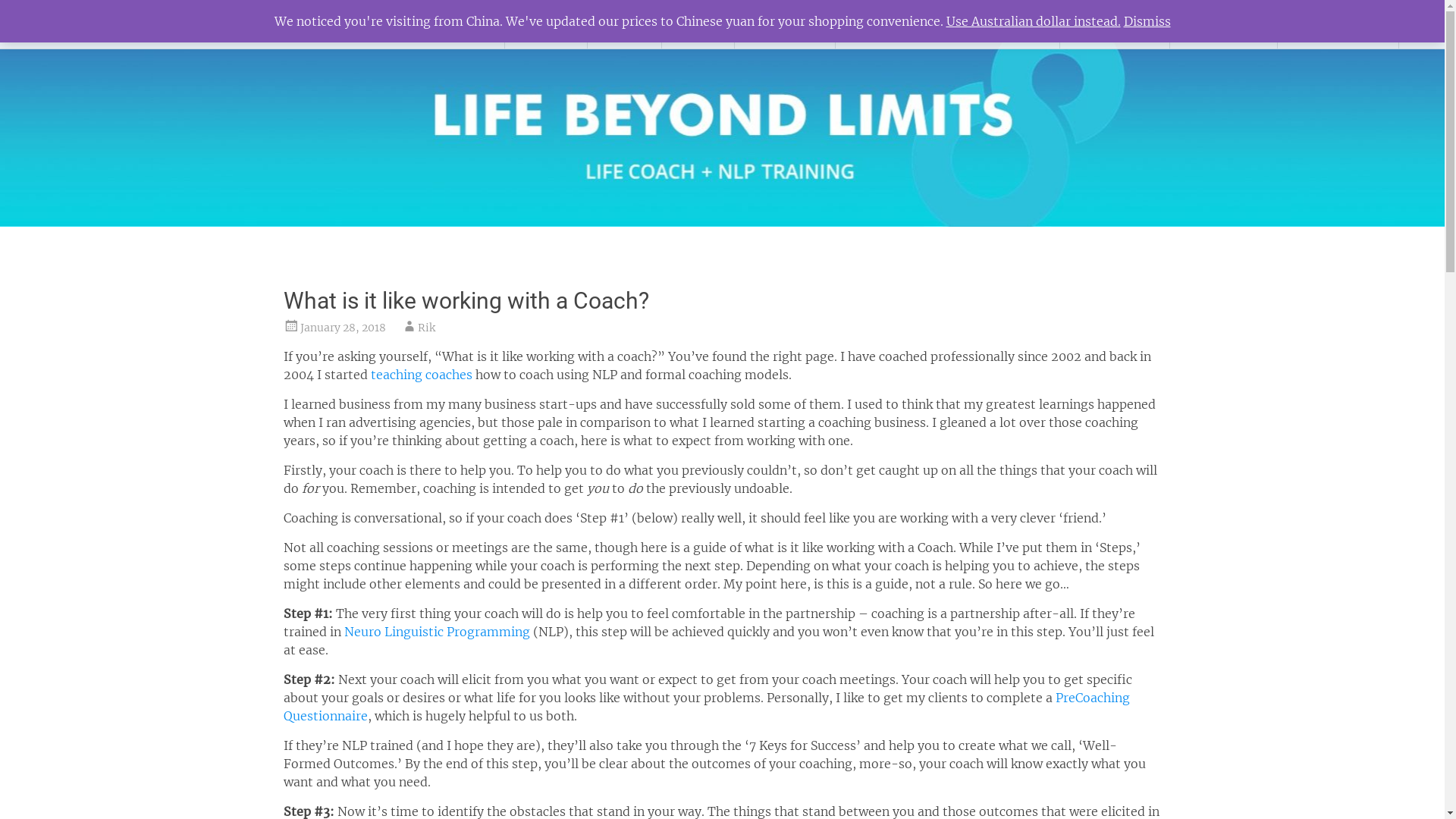 This screenshot has width=1456, height=819. I want to click on 'Use Australian dollar instead.', so click(1033, 20).